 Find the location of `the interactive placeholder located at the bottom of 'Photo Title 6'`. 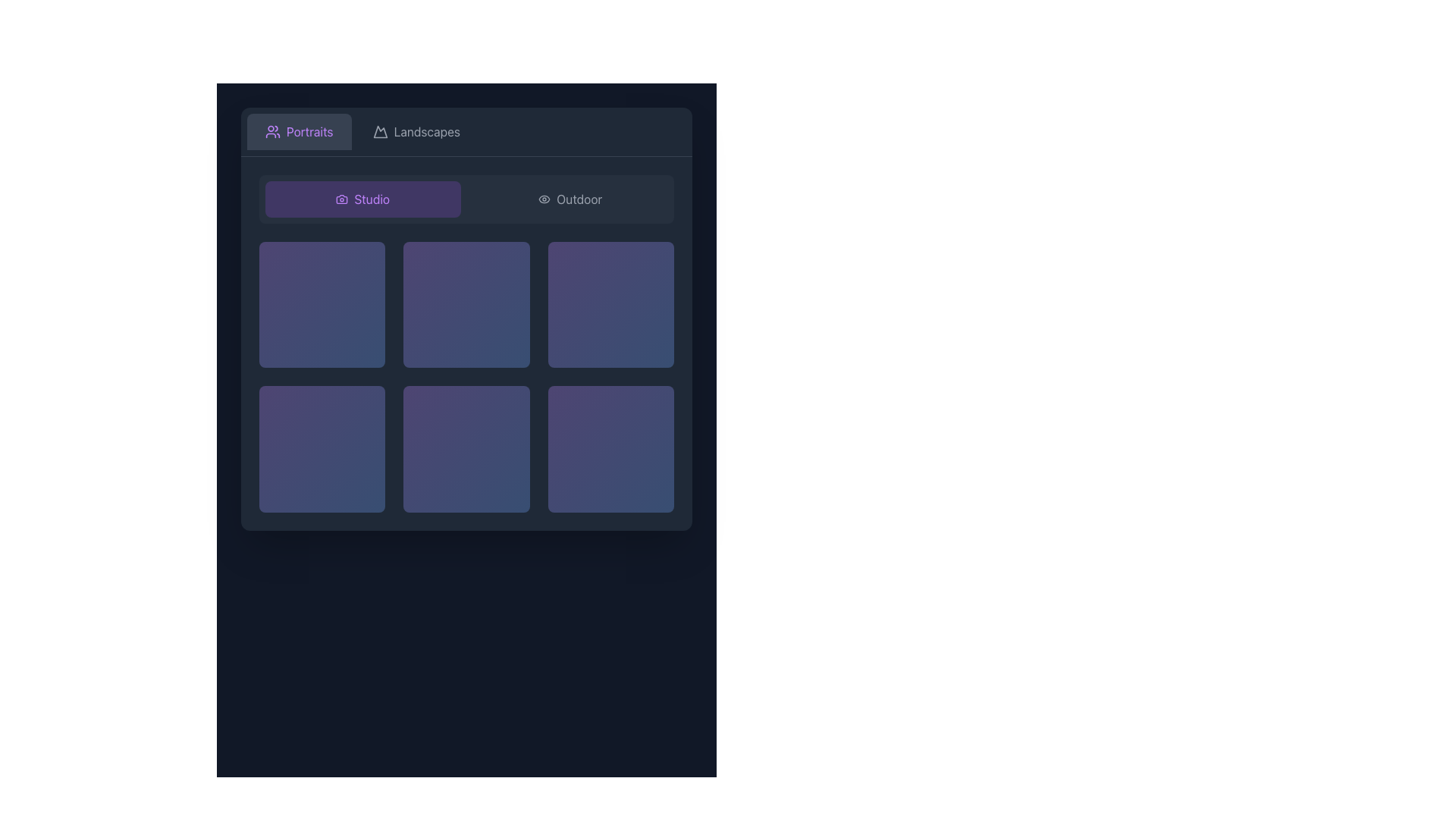

the interactive placeholder located at the bottom of 'Photo Title 6' is located at coordinates (610, 492).